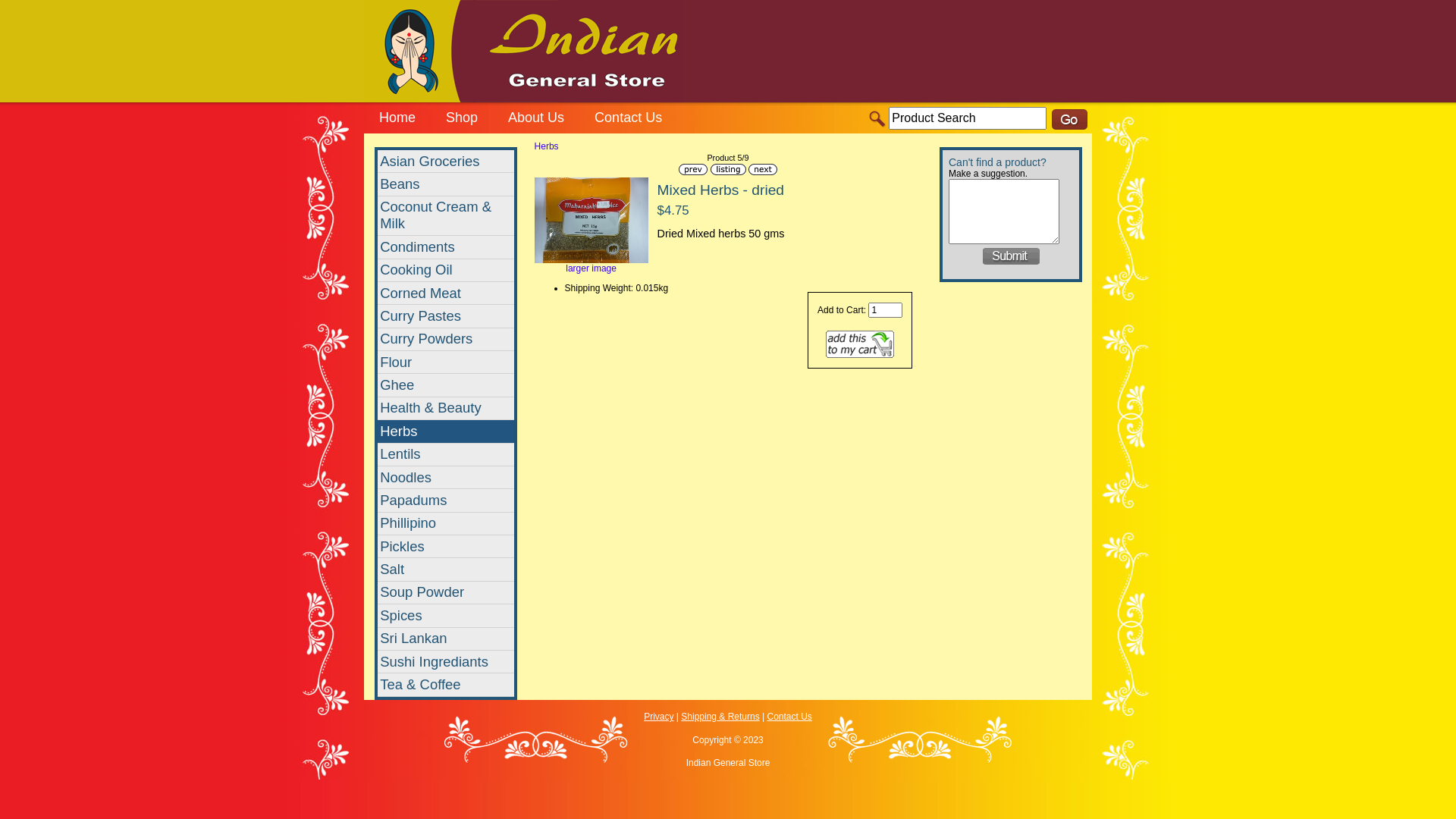 This screenshot has width=1456, height=819. I want to click on 'Shop', so click(461, 118).